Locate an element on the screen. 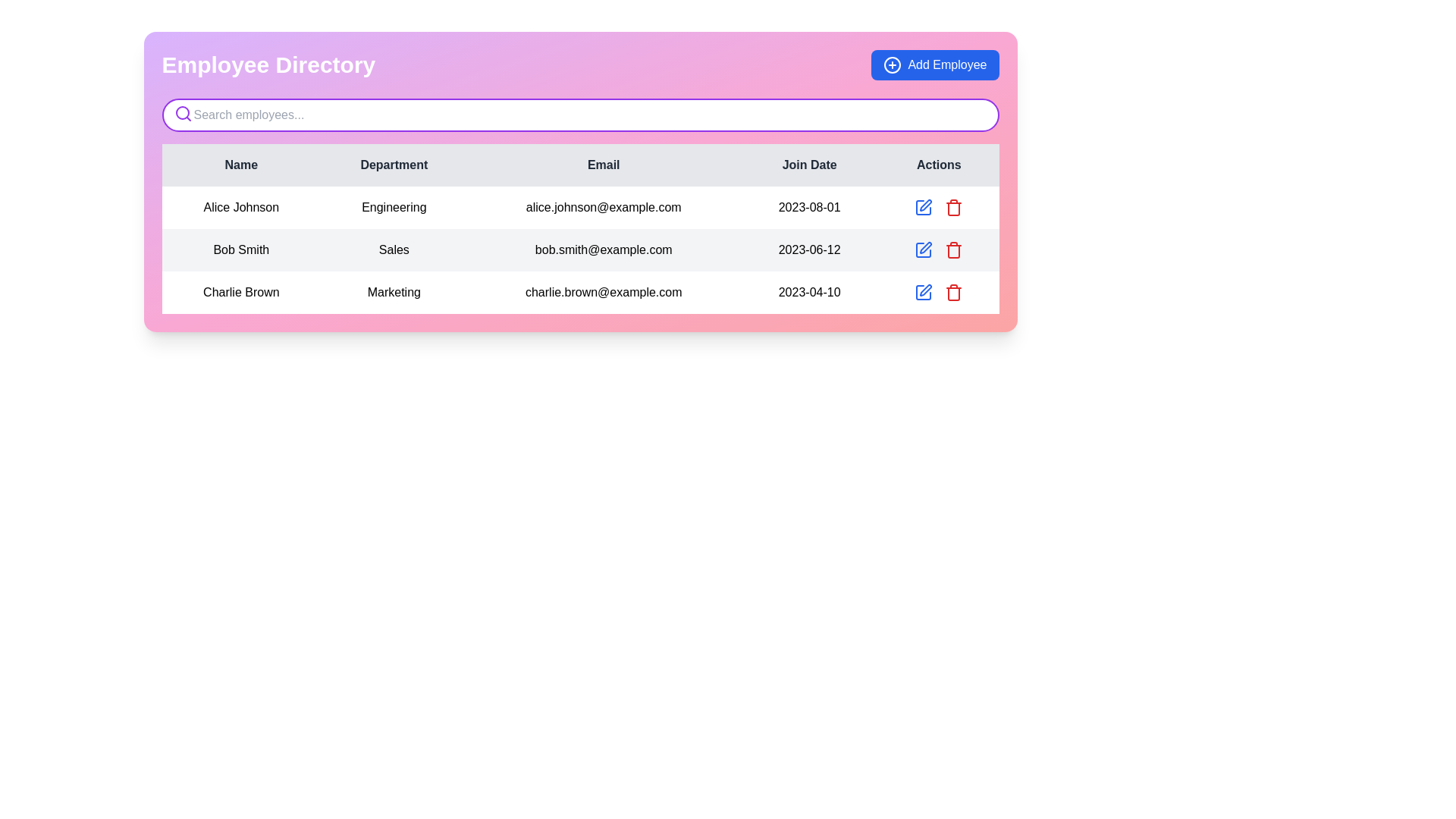  the Delete button icon in the Actions column of the last row in the table for user 'Charlie Brown' to possibly see a tooltip or change style is located at coordinates (953, 249).